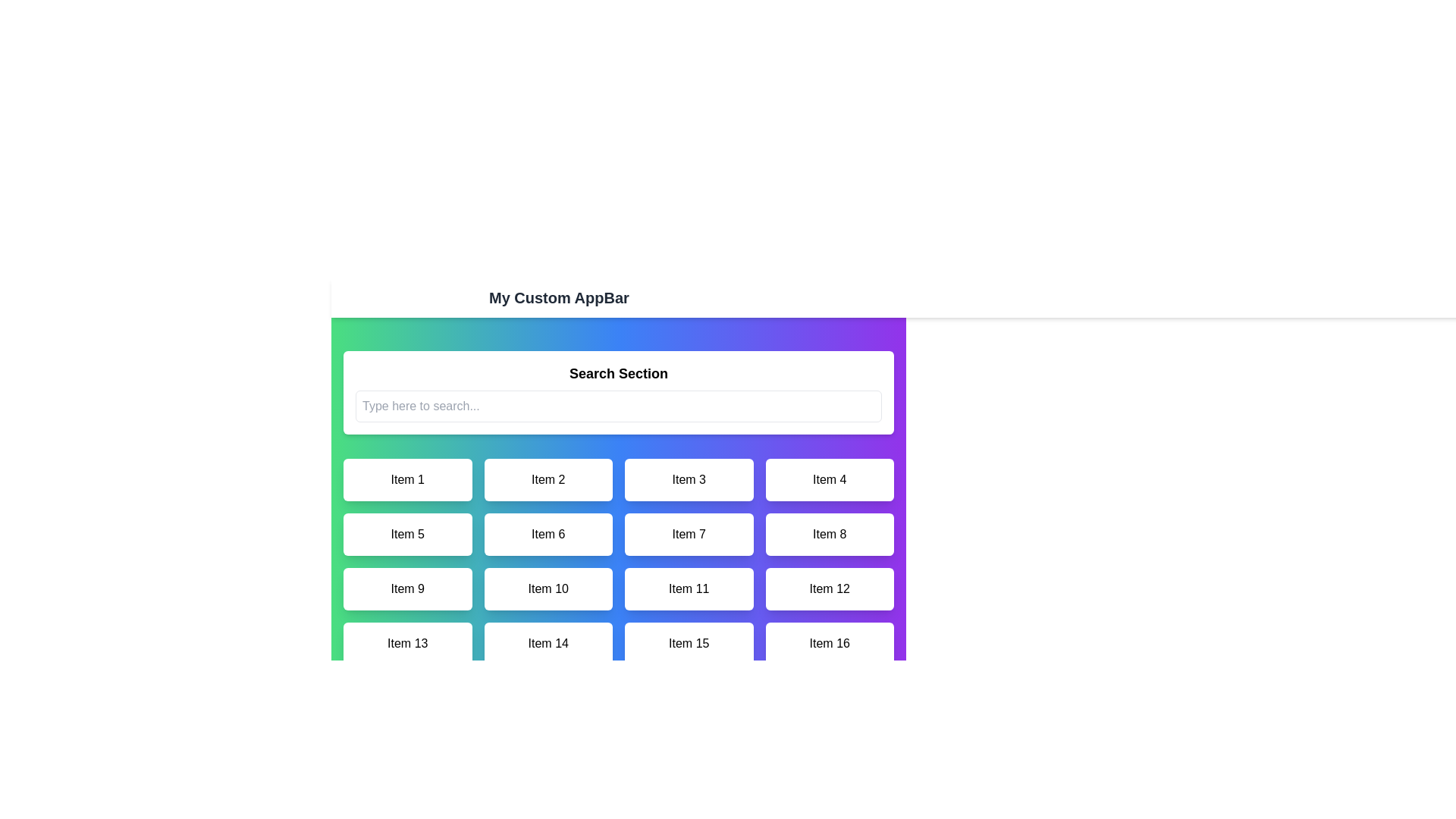  Describe the element at coordinates (619, 406) in the screenshot. I see `the search field and type the desired text` at that location.